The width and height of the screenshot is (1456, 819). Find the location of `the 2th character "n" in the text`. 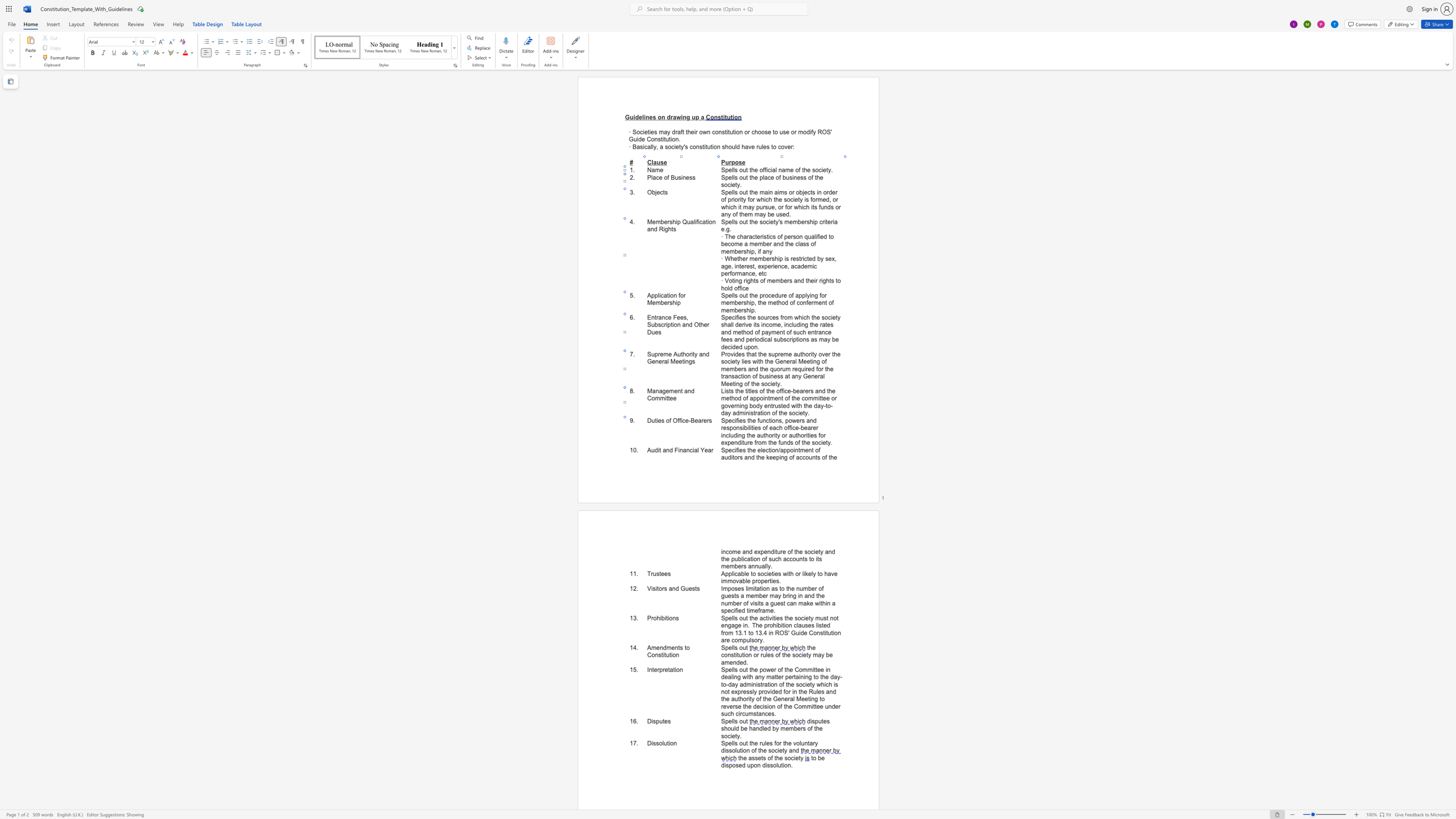

the 2th character "n" in the text is located at coordinates (681, 450).